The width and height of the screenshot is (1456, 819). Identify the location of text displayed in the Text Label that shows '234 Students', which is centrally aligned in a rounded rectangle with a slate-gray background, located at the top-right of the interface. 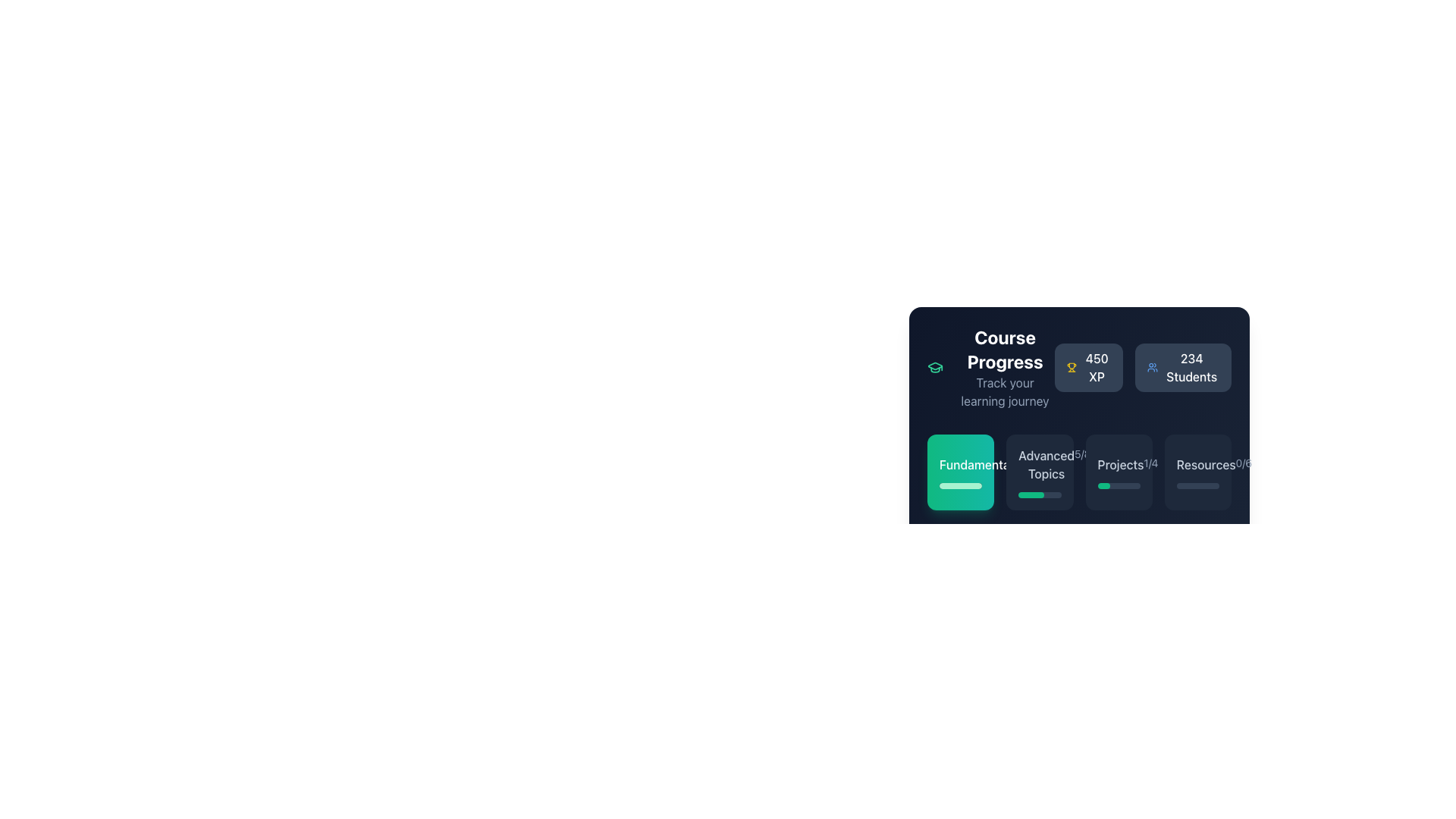
(1191, 368).